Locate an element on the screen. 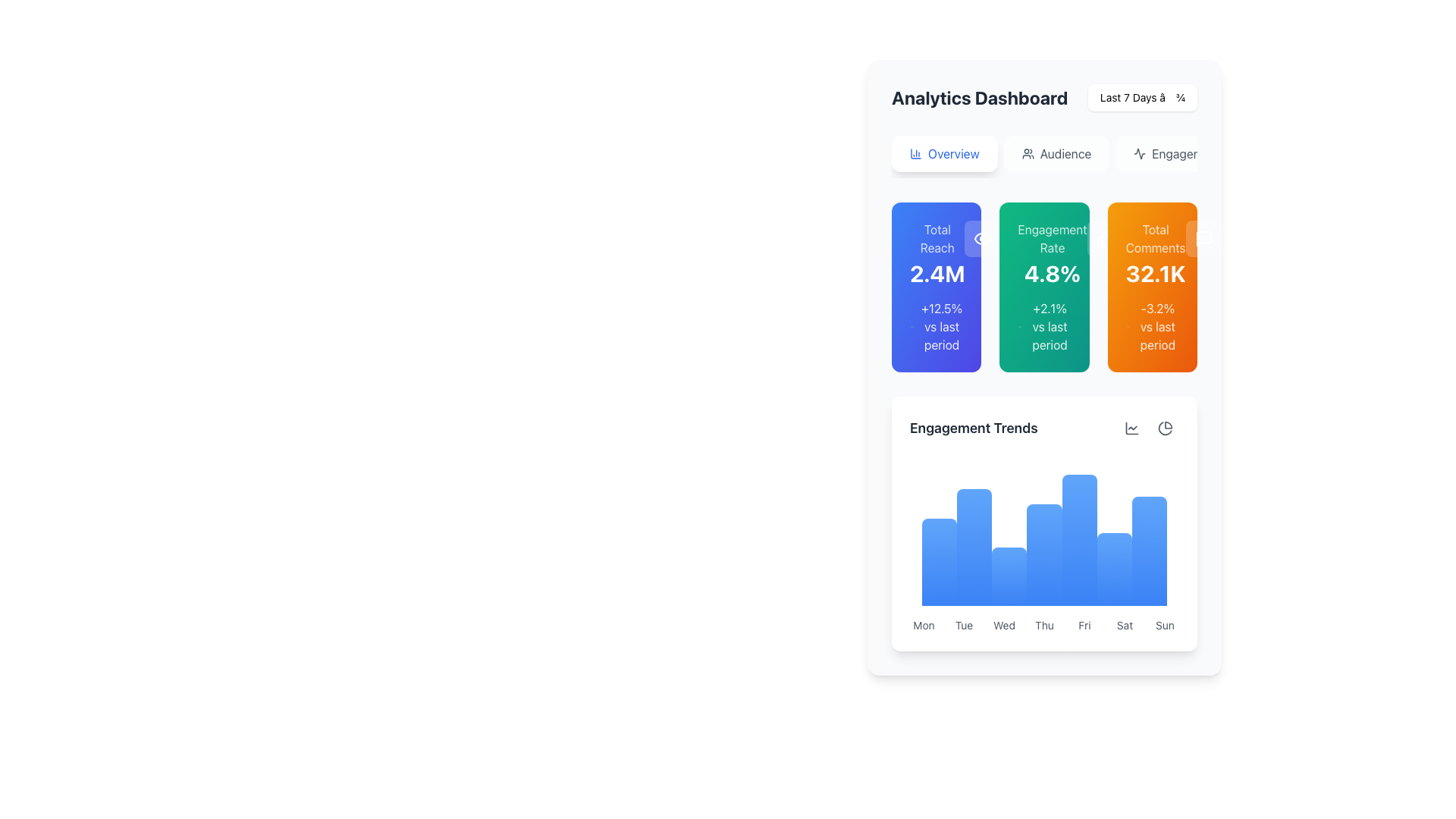  the positive feedback icon that signifies a 'like' or approval action, located to the right of the 'Engagement Rate 4.8%' green block in the dashboard layout is located at coordinates (1105, 239).